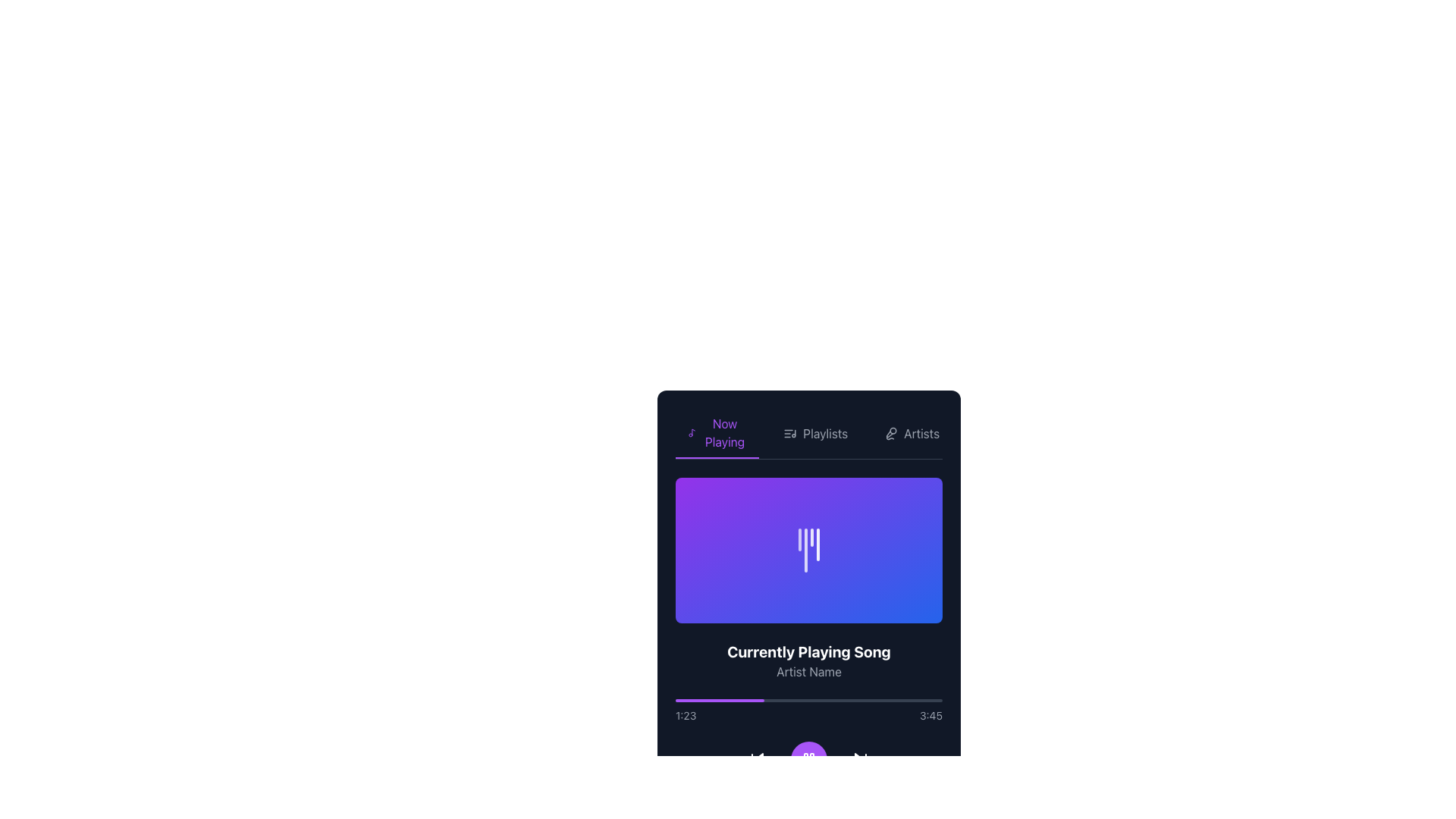  What do you see at coordinates (716, 433) in the screenshot?
I see `the 'Now Playing' tab button, which features purple text and a music note icon` at bounding box center [716, 433].